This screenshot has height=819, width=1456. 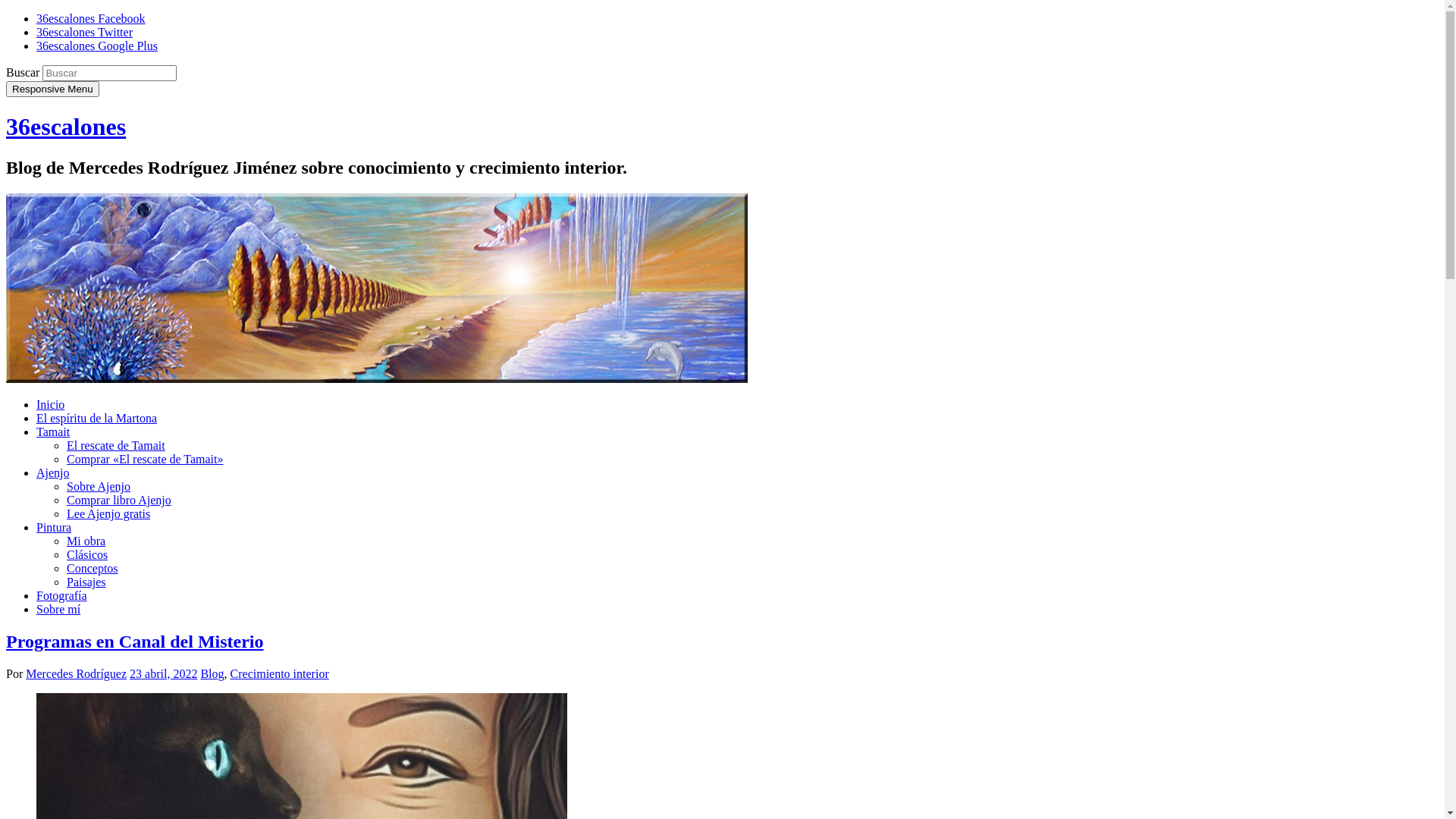 I want to click on 'Blog', so click(x=199, y=673).